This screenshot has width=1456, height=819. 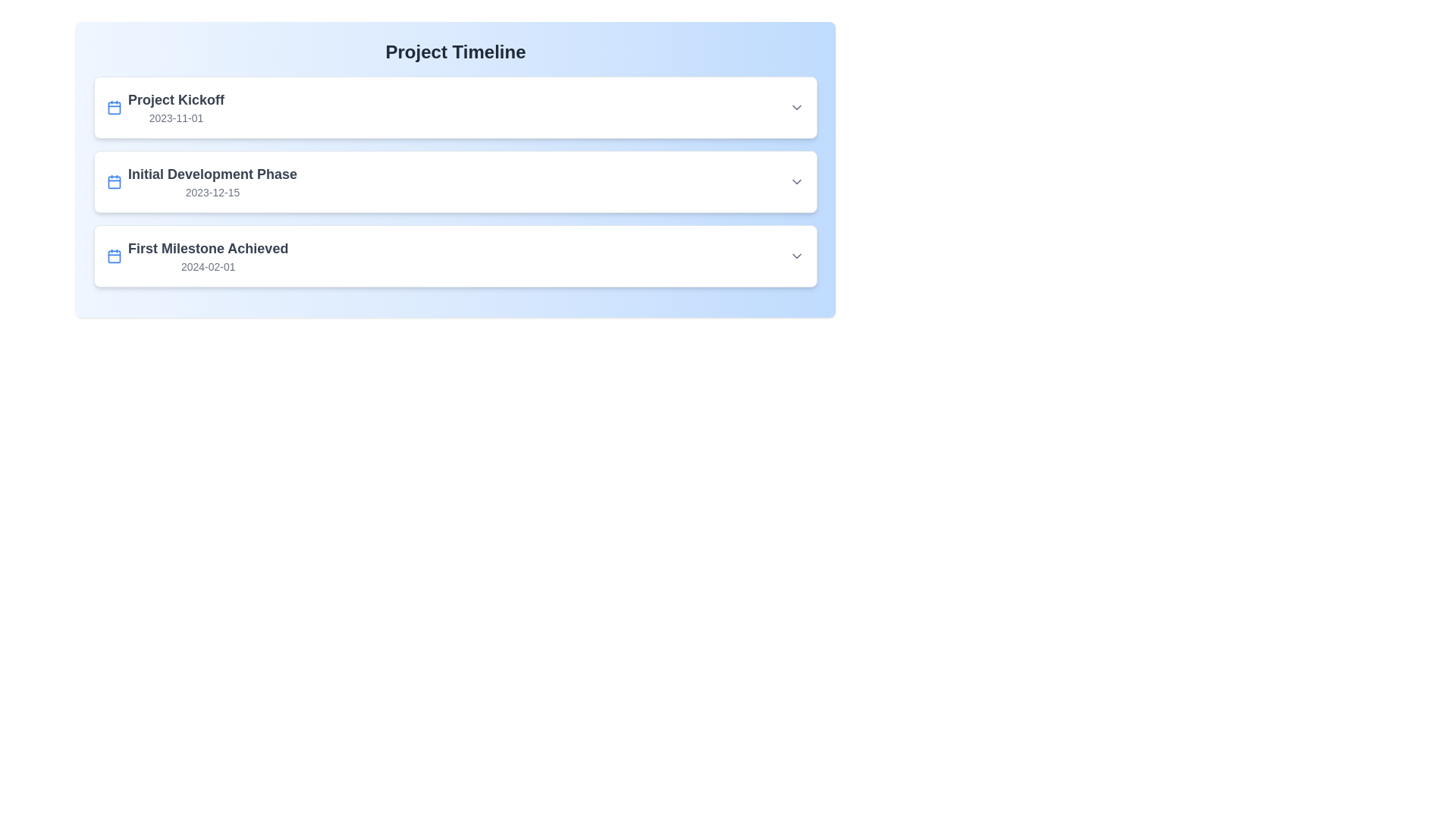 What do you see at coordinates (212, 174) in the screenshot?
I see `the bold text label reading 'Initial Development Phase' in the second card of the vertical timeline` at bounding box center [212, 174].